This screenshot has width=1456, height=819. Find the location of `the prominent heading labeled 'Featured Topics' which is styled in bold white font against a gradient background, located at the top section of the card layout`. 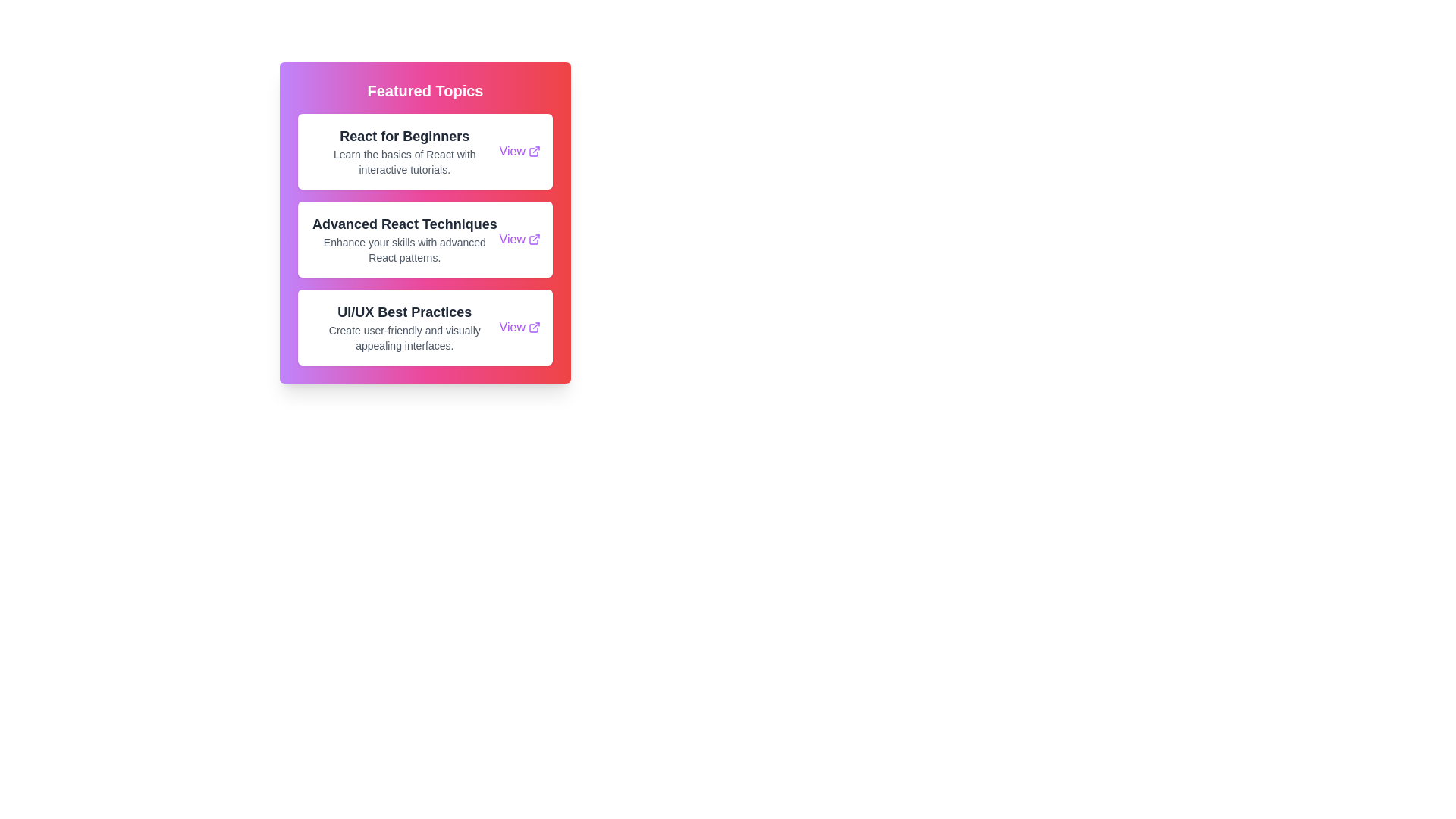

the prominent heading labeled 'Featured Topics' which is styled in bold white font against a gradient background, located at the top section of the card layout is located at coordinates (425, 90).